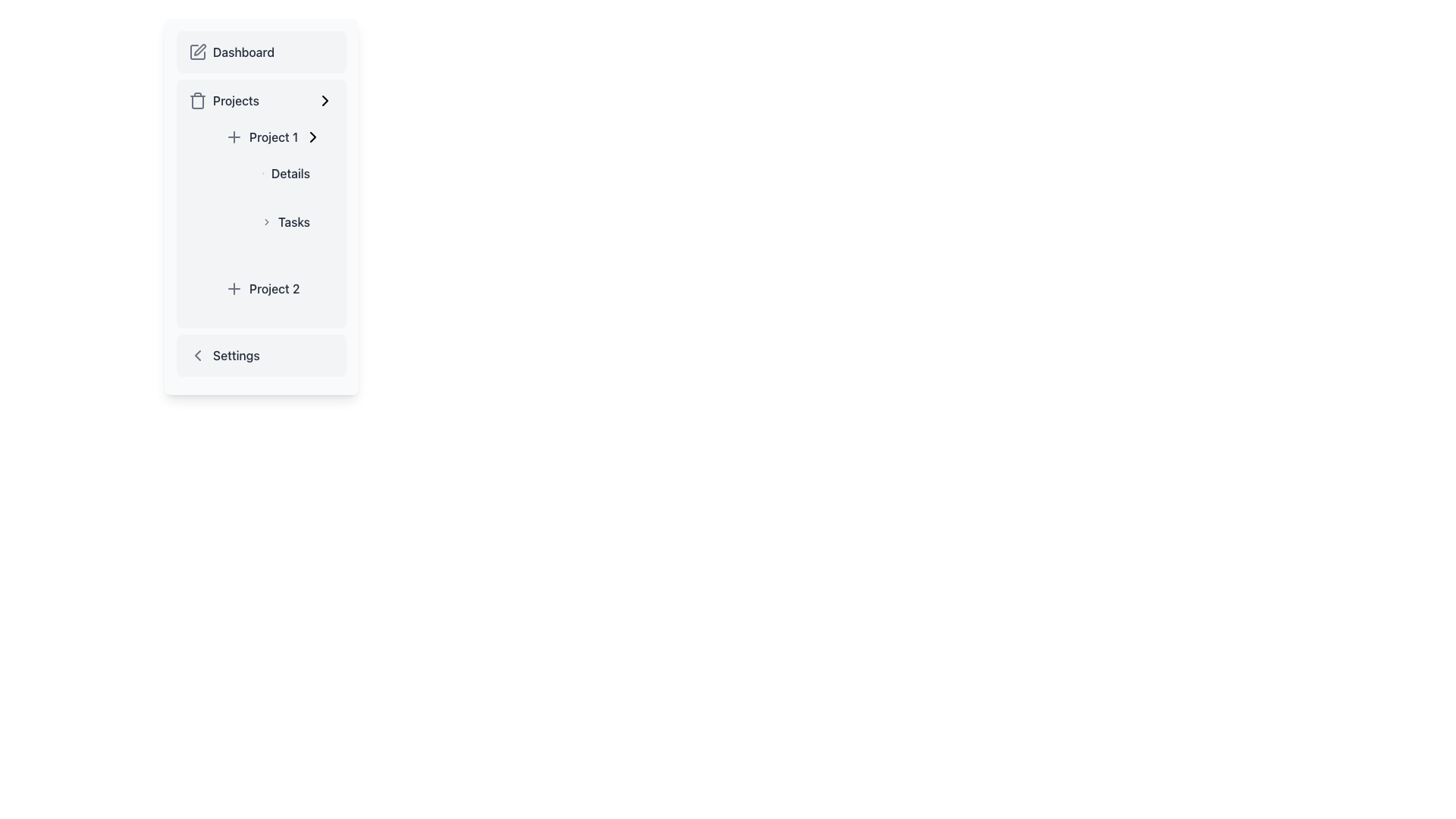  Describe the element at coordinates (286, 222) in the screenshot. I see `the 'Tasks' menu item located in the sidebar, which is styled with a light-gray background and includes a chevron icon followed by the text label` at that location.